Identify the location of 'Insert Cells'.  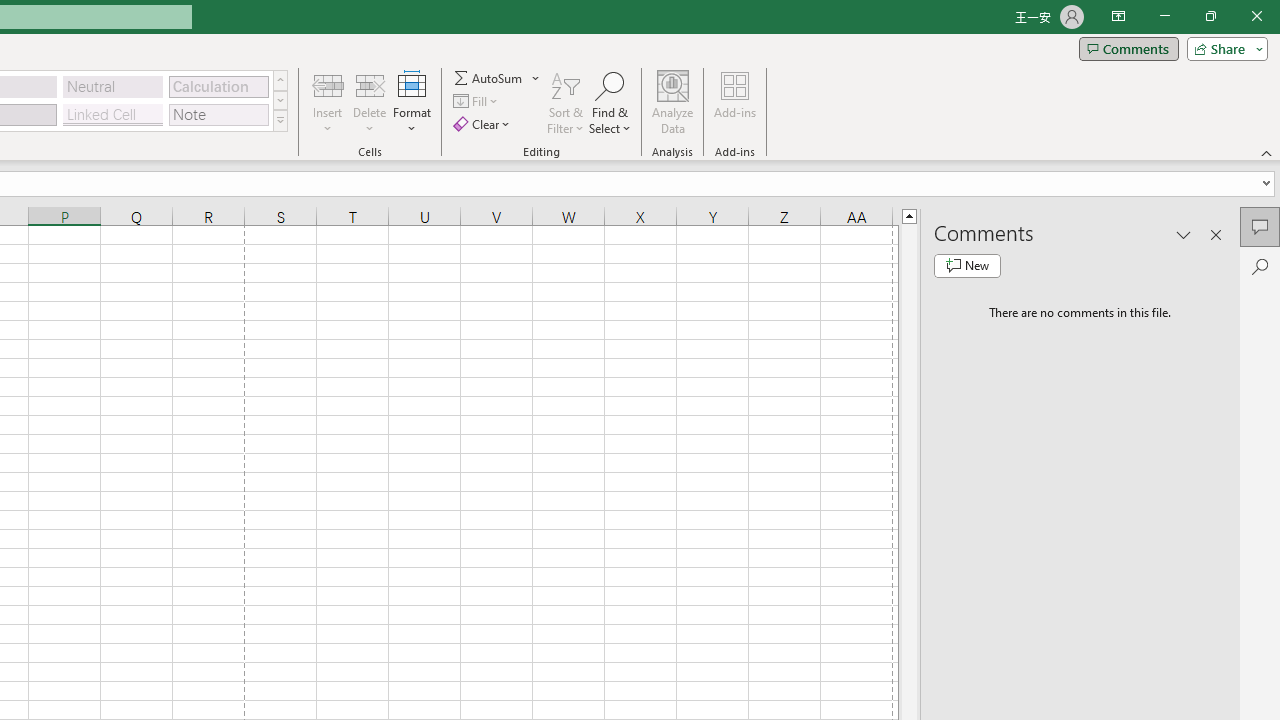
(328, 84).